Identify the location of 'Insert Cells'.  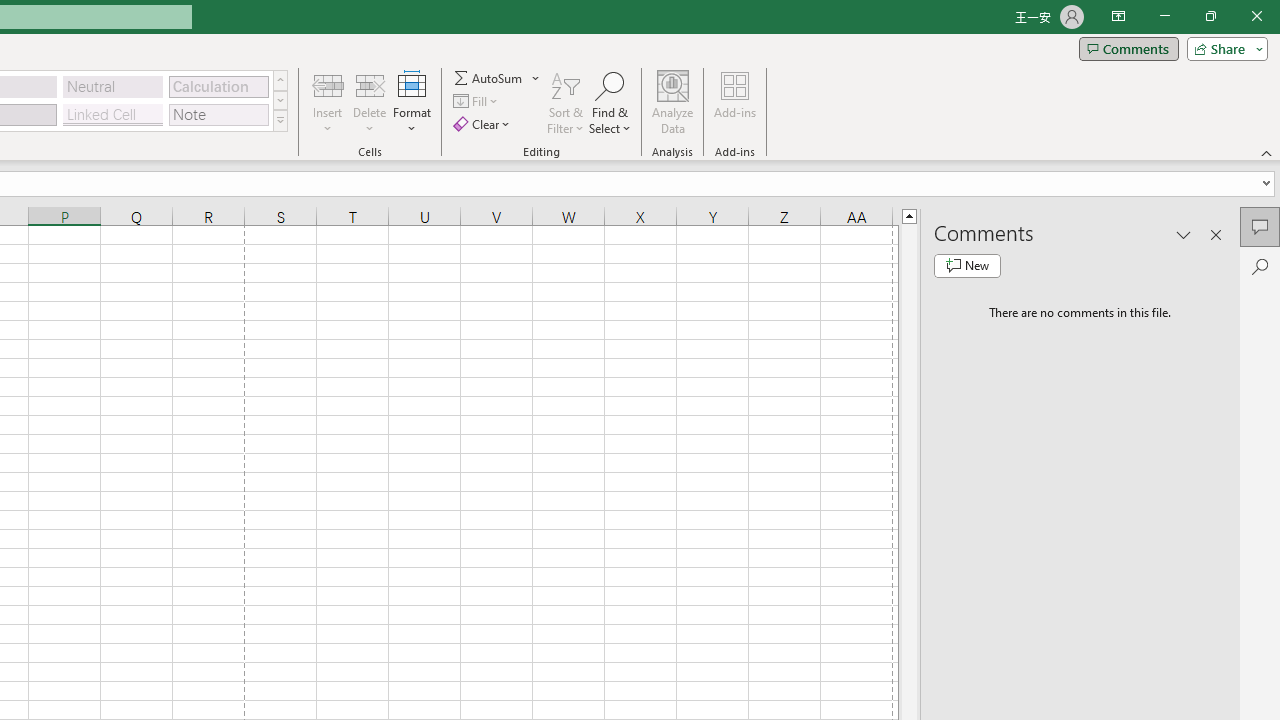
(328, 84).